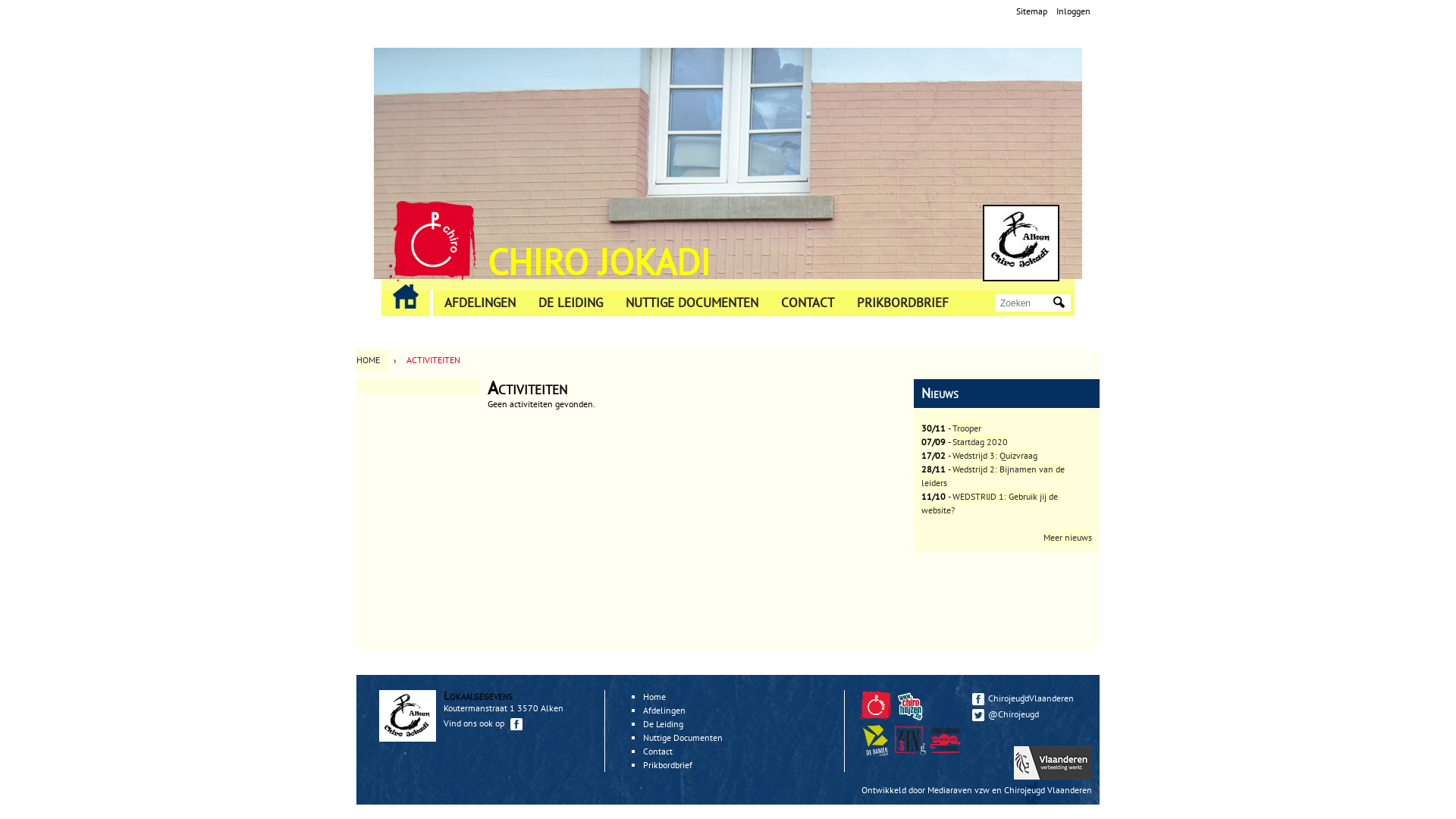 This screenshot has height=819, width=1456. I want to click on 'Geef de woorden op waarnaar u wilt zoeken.', so click(1025, 303).